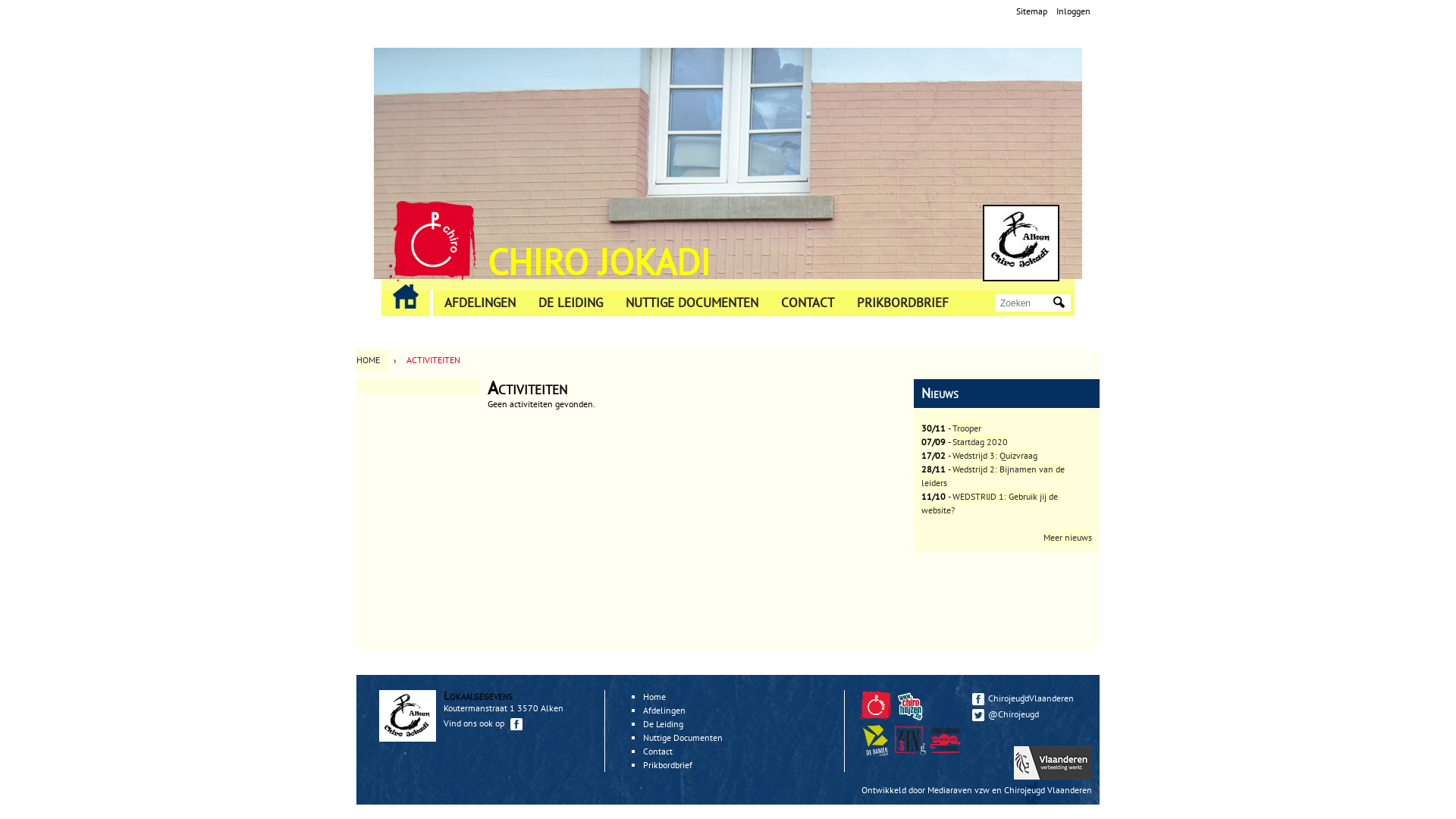 This screenshot has height=819, width=1456. I want to click on 'Geef de woorden op waarnaar u wilt zoeken.', so click(1025, 303).